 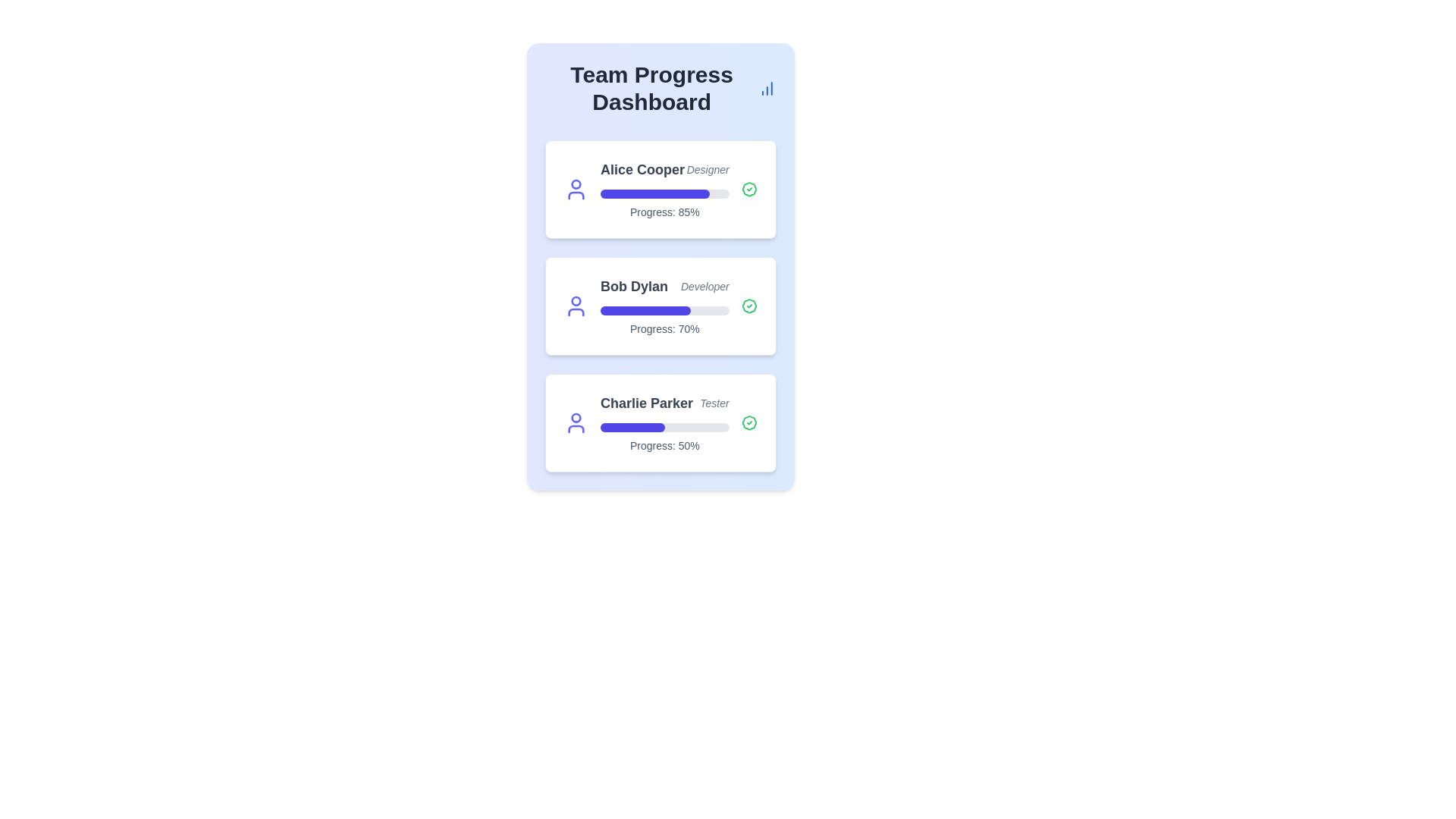 I want to click on the Badge Icon located to the right of the progress bar in the card associated with 'Bob Dylan, Developer' to indicate a verified or successfully completed status, so click(x=749, y=306).